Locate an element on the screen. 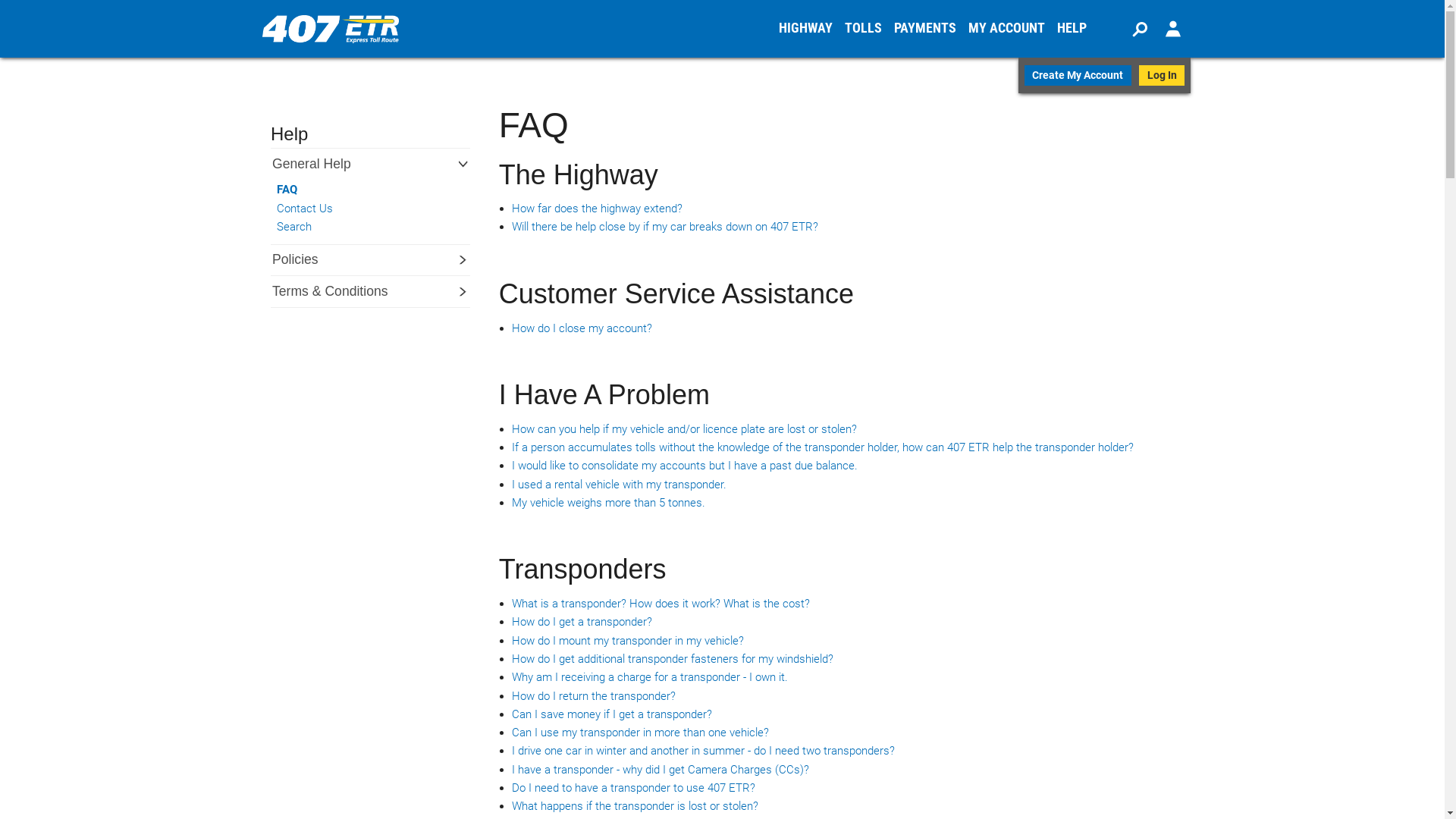 The image size is (1456, 819). 'Contact Us' is located at coordinates (361, 209).